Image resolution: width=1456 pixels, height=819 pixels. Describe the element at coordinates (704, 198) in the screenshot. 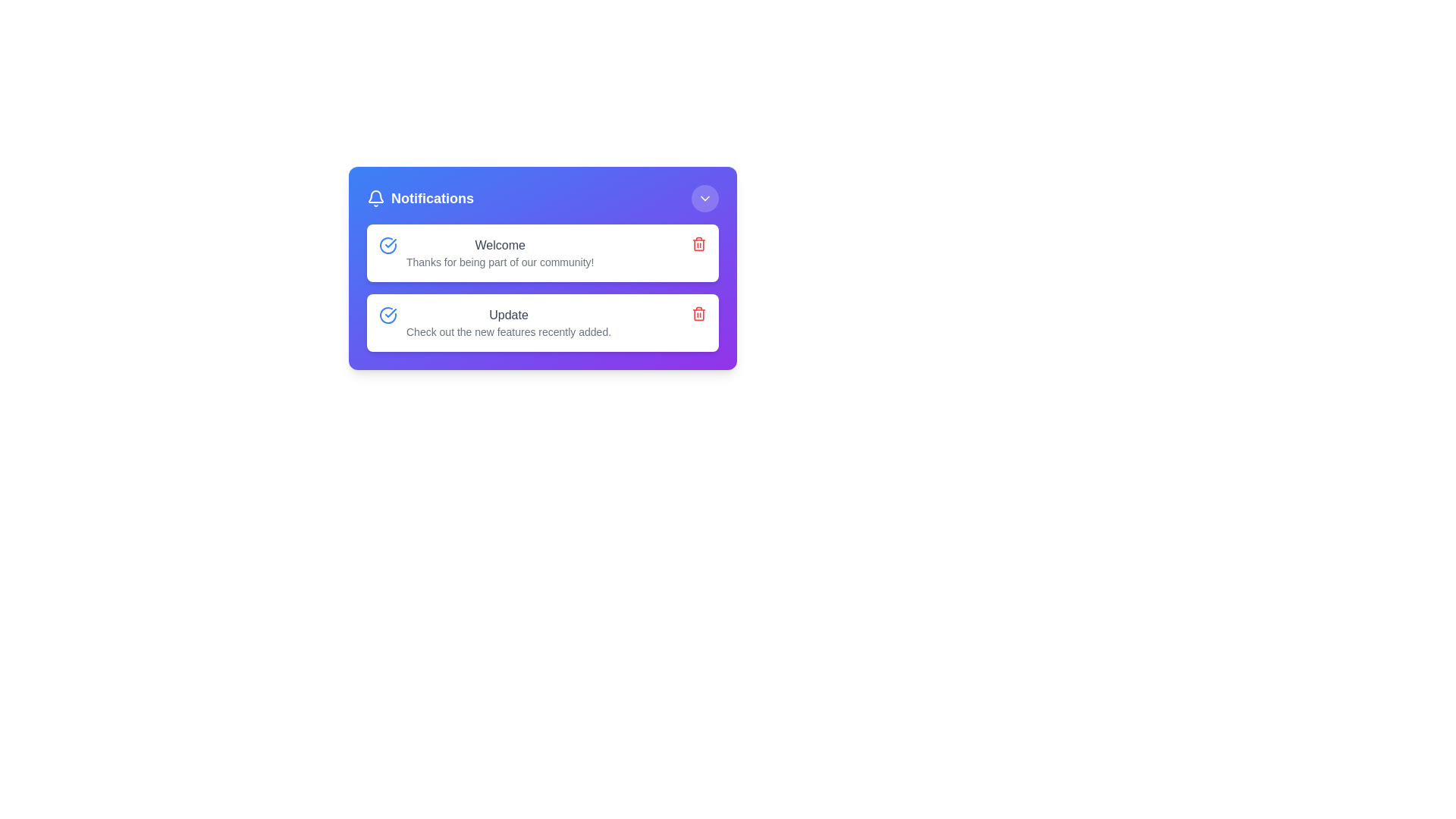

I see `the circular button with a downward-pointing chevron icon located at the upper-right area of the 'Notifications' section` at that location.